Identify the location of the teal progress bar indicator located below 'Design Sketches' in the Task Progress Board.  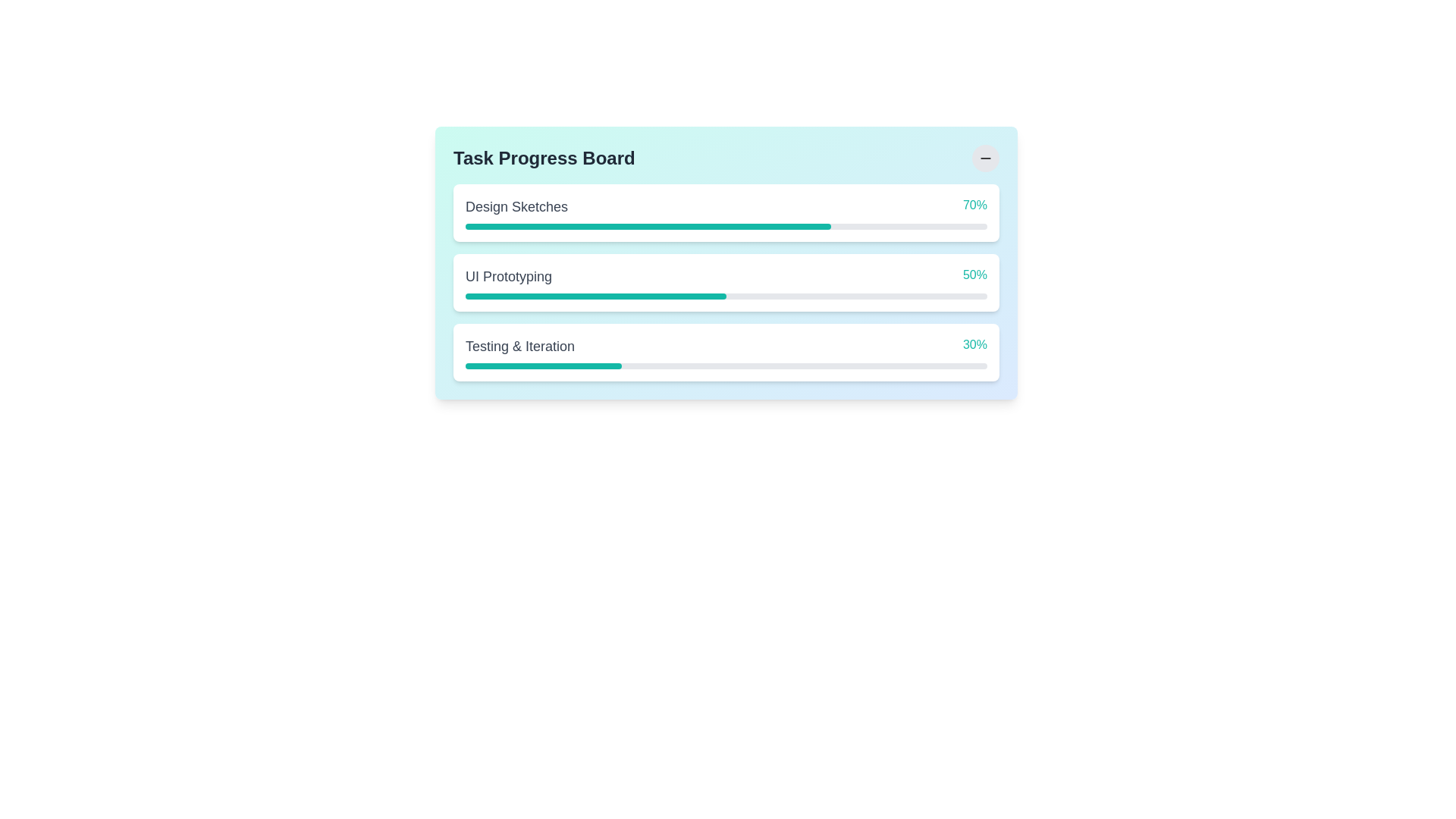
(648, 227).